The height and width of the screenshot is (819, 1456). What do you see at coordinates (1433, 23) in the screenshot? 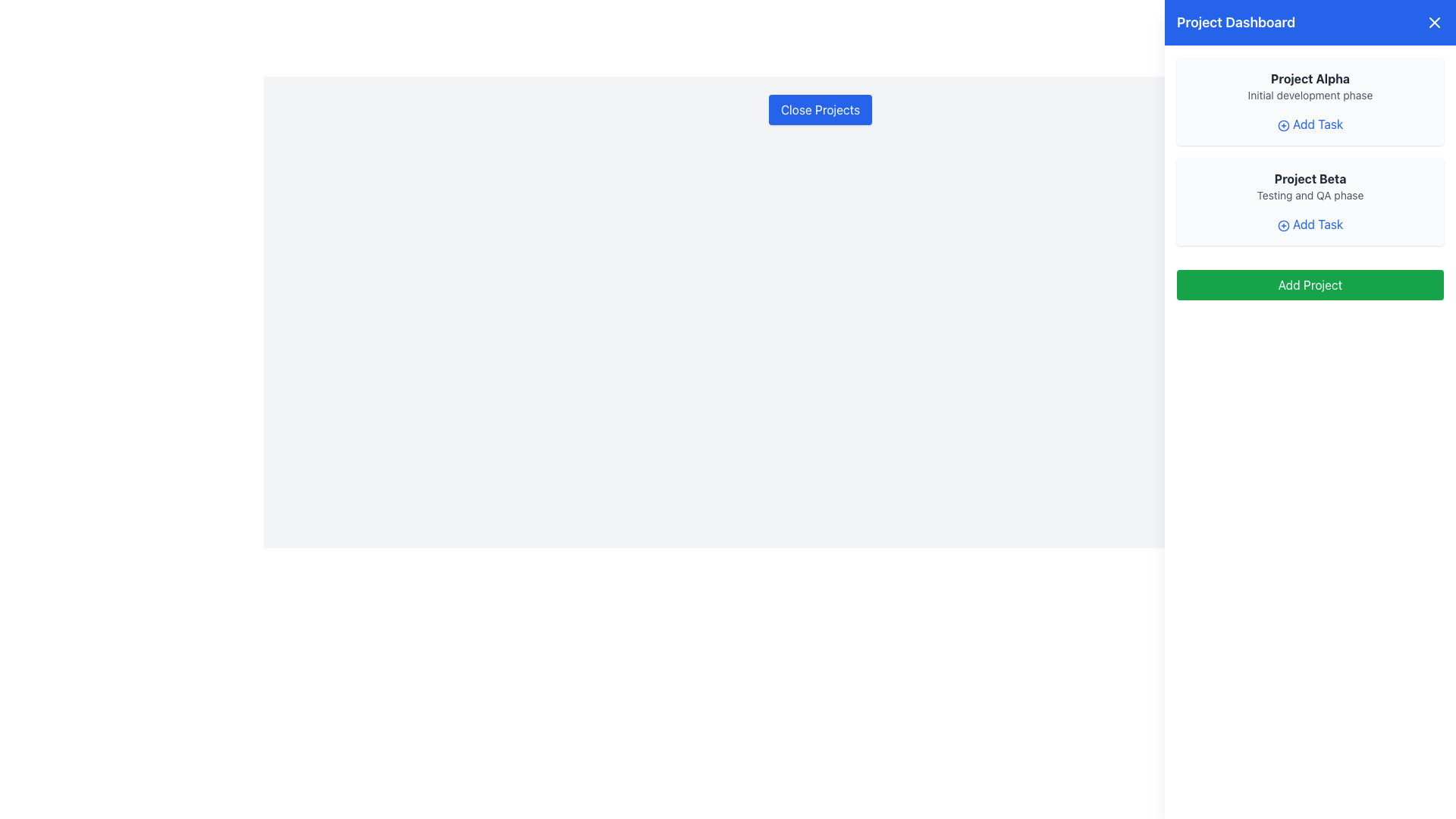
I see `the close button located in the top-right corner of the blue header bar labeled 'Project Dashboard' to provide visual feedback` at bounding box center [1433, 23].